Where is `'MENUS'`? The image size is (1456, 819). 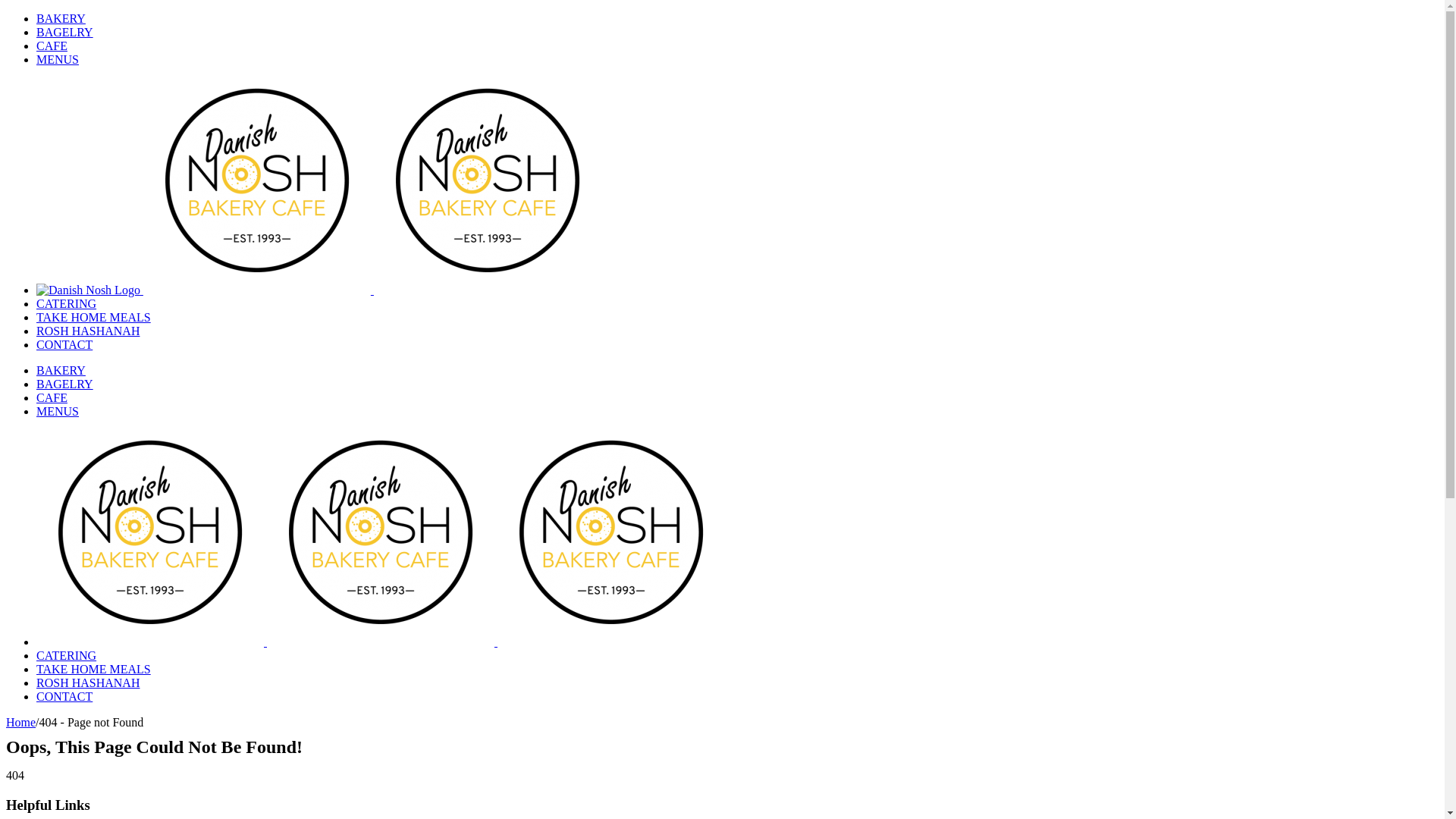 'MENUS' is located at coordinates (58, 58).